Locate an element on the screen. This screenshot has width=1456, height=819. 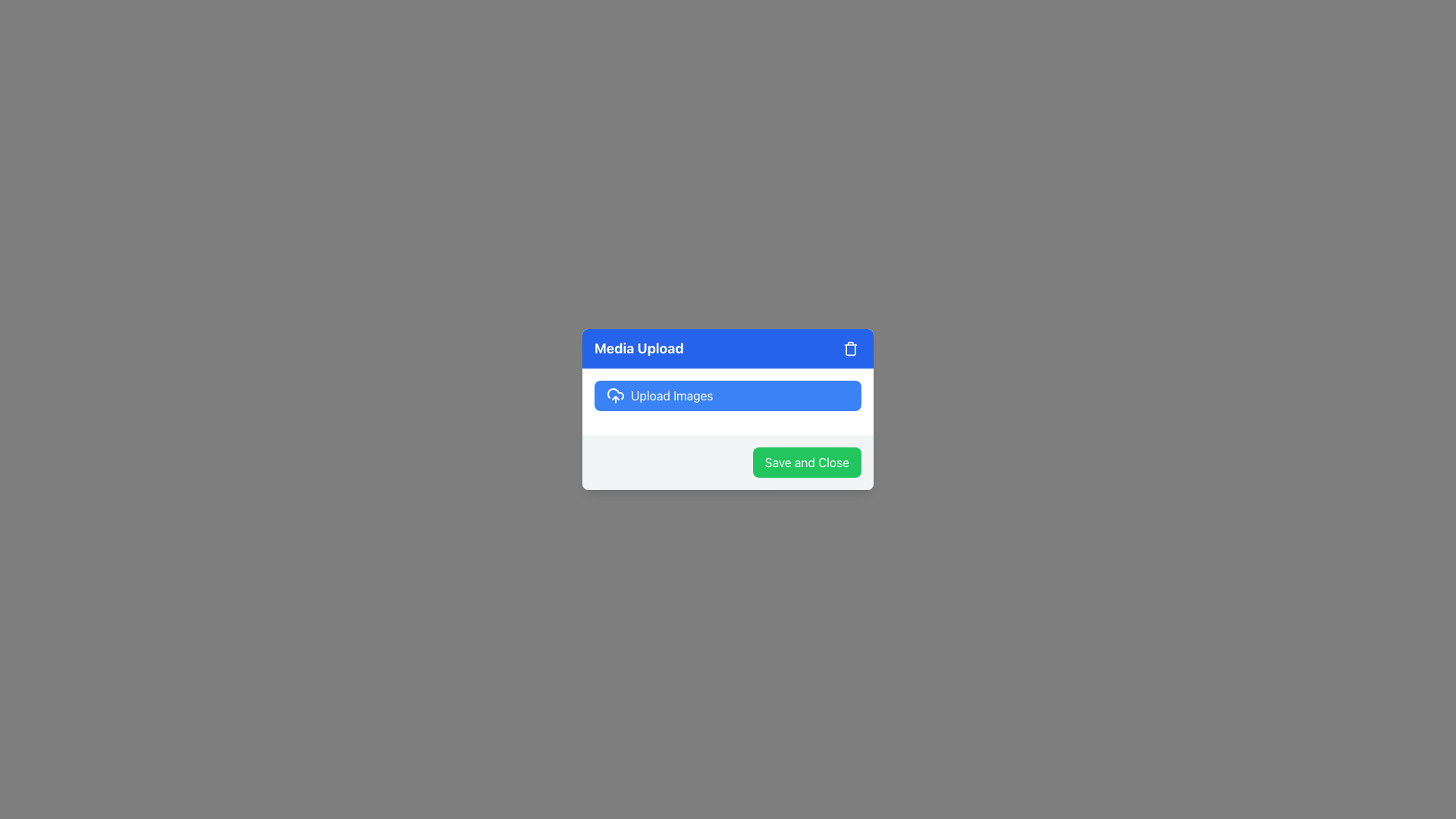
the interactive buttons in the Media Upload modal dialog, which is centrally located below the blue header titled 'Media Upload' is located at coordinates (728, 409).